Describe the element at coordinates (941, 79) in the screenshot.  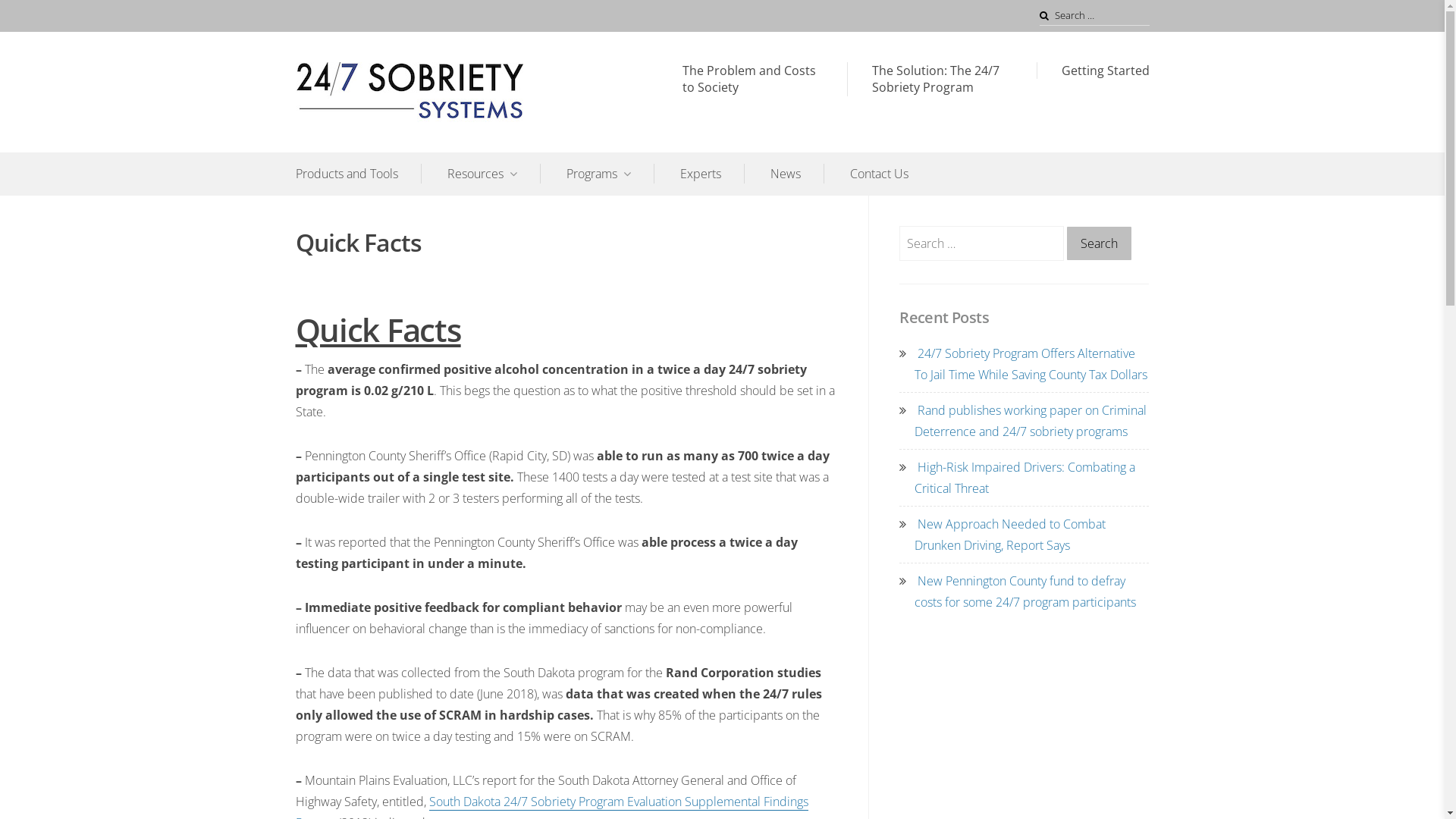
I see `'The Solution: The 24/7 Sobriety Program'` at that location.